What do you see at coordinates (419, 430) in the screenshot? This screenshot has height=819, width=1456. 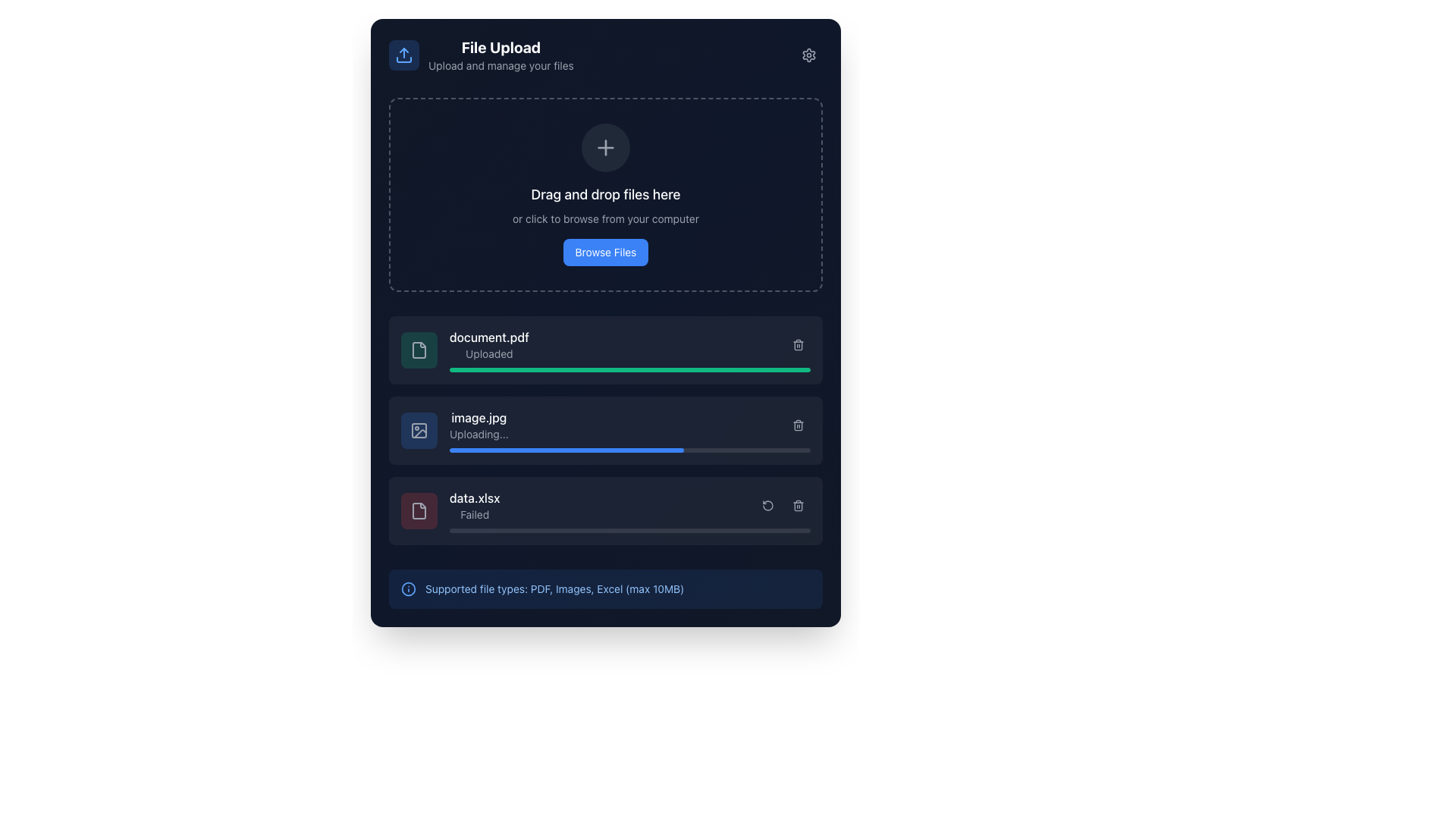 I see `the image placeholder icon located within the light blue semi-transparent background in the right-hand side list view of the file upload interface next to 'image.jpg'` at bounding box center [419, 430].